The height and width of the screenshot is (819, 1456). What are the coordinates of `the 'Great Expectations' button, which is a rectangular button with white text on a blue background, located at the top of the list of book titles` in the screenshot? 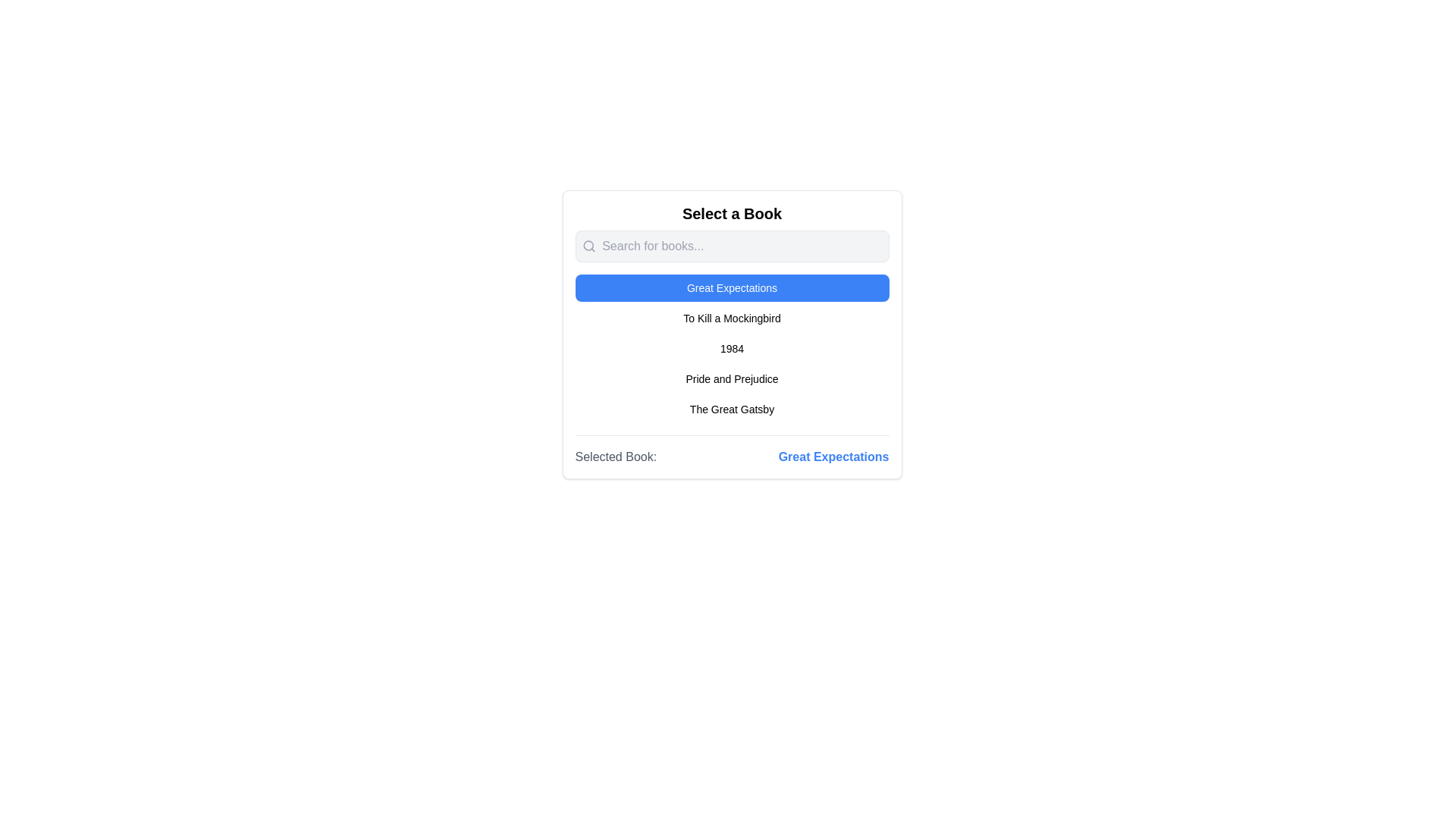 It's located at (732, 288).